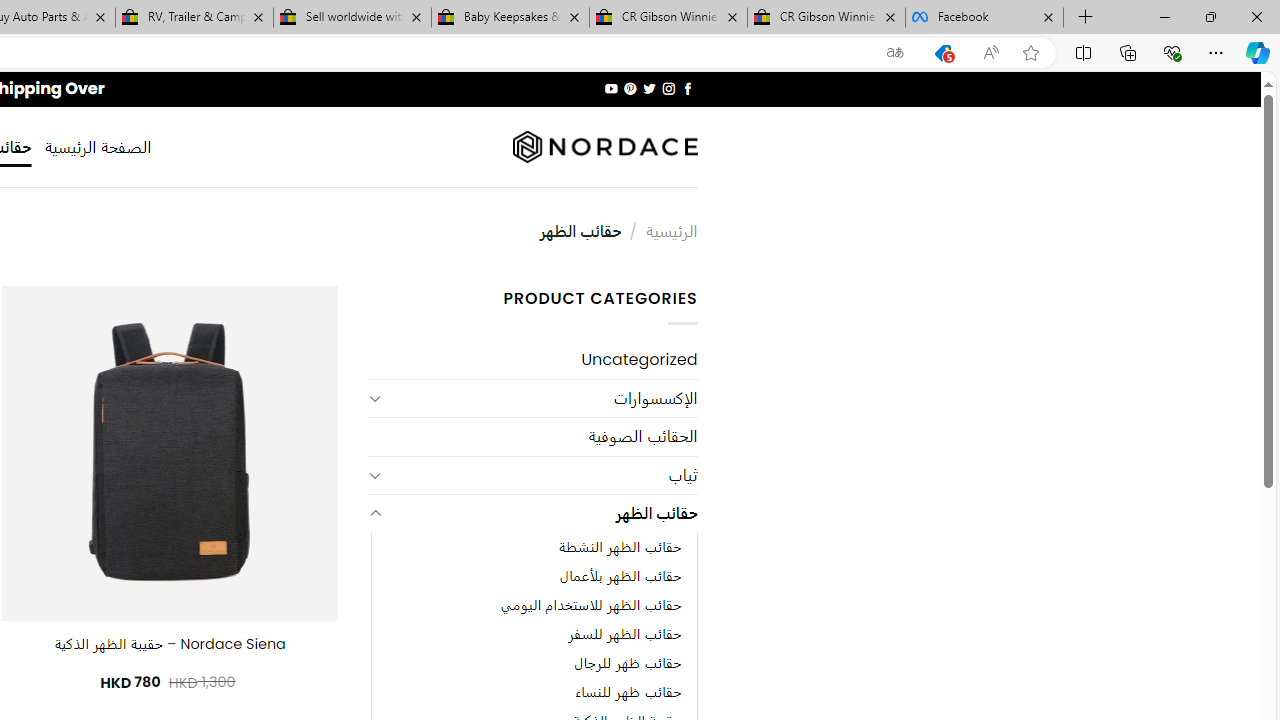 Image resolution: width=1280 pixels, height=720 pixels. What do you see at coordinates (668, 88) in the screenshot?
I see `'Follow on Instagram'` at bounding box center [668, 88].